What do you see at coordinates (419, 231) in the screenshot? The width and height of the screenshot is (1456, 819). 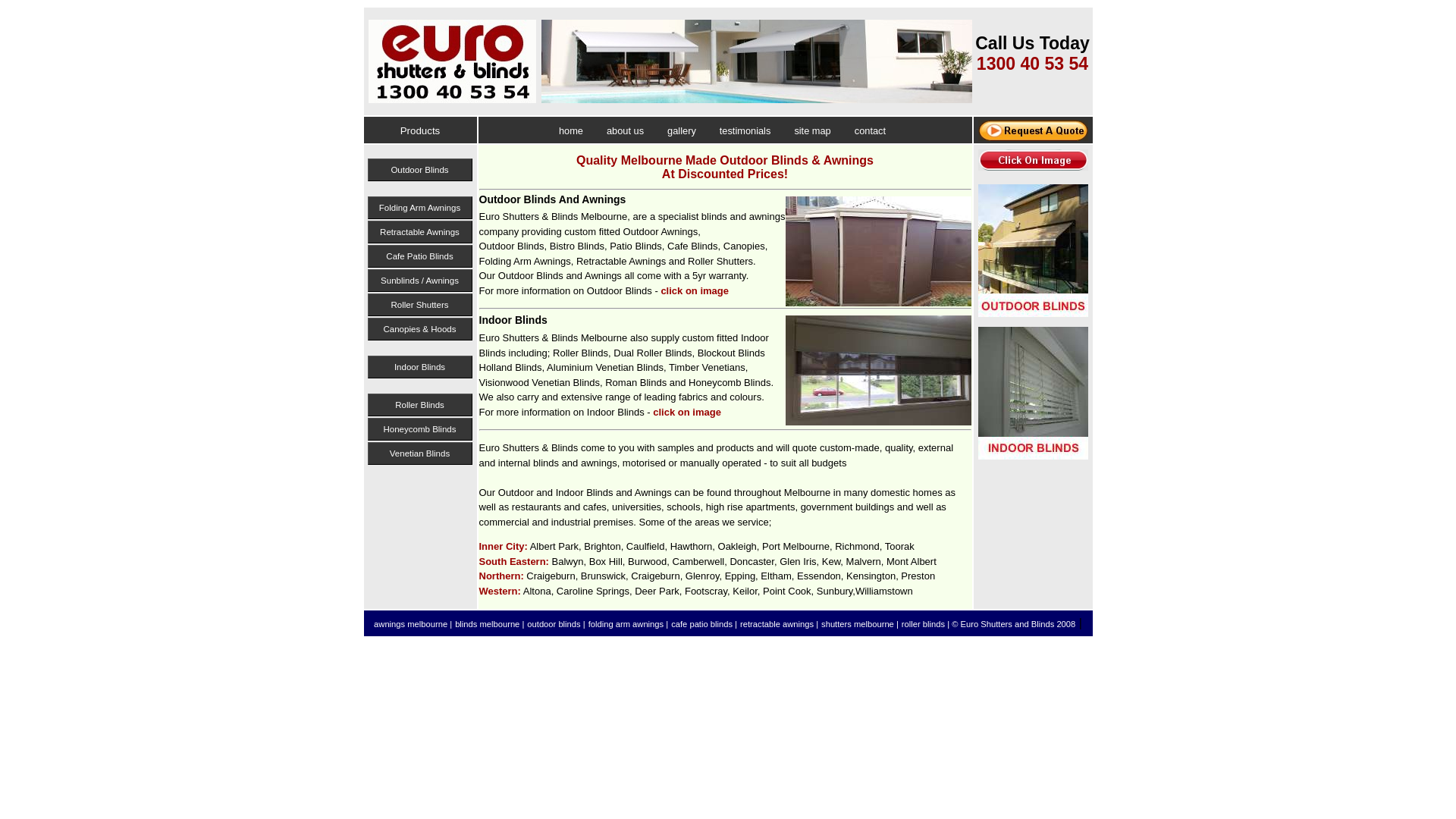 I see `'Retractable Awnings'` at bounding box center [419, 231].